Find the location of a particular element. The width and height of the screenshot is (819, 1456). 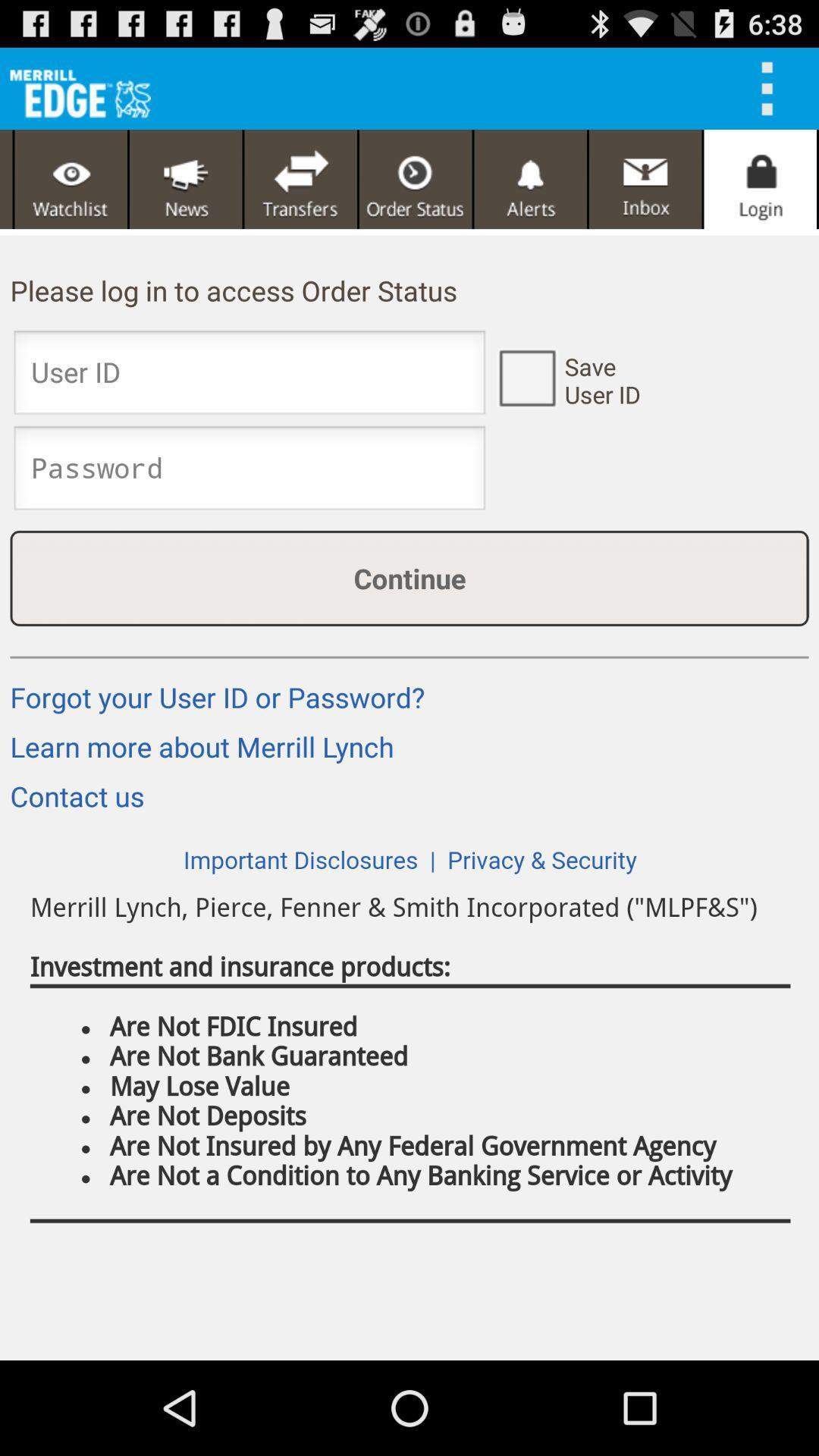

order status button is located at coordinates (416, 179).